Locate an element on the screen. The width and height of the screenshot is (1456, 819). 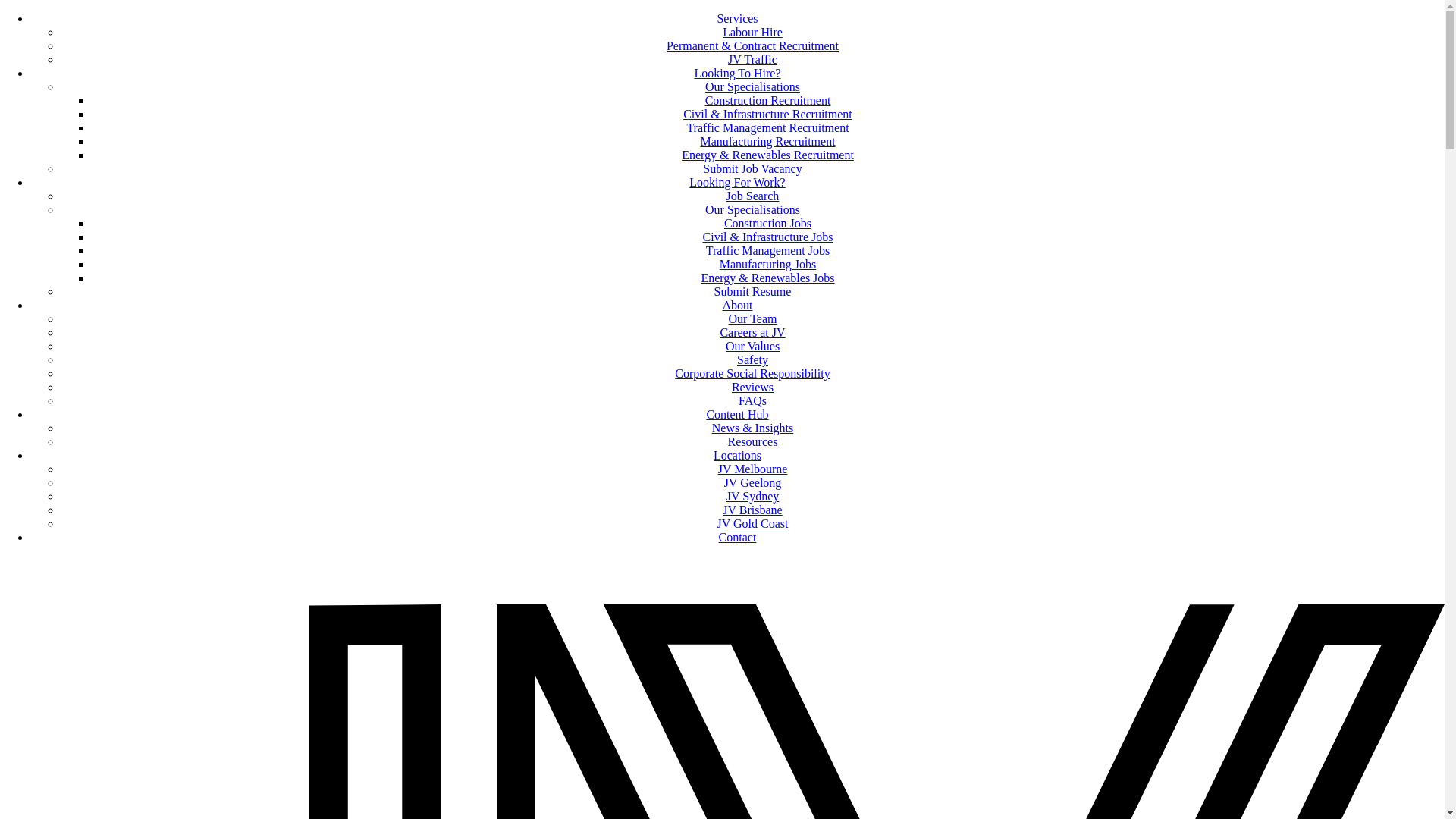
'News & Insights' is located at coordinates (711, 428).